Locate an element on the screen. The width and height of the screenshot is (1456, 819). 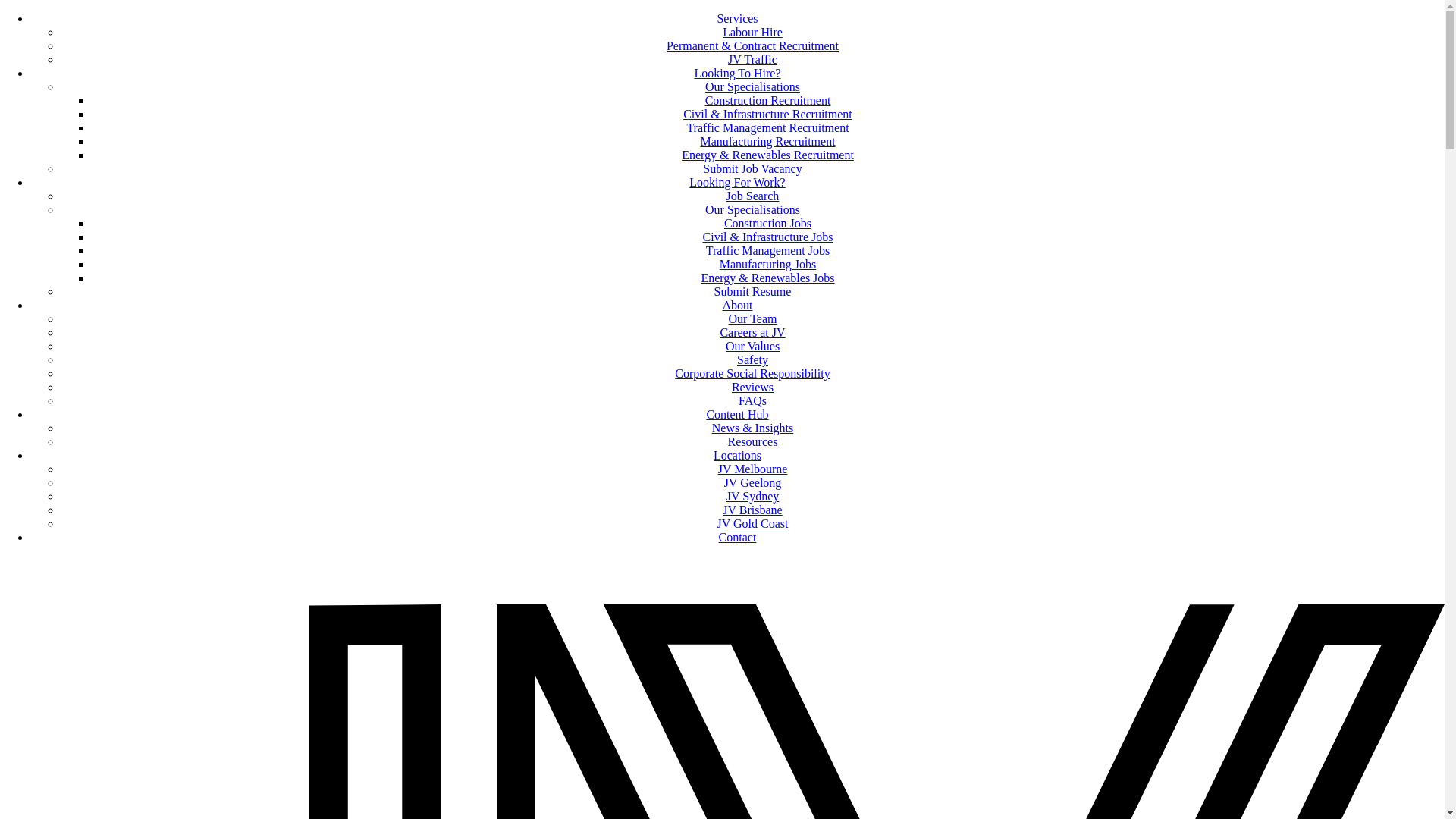
'News & Insights' is located at coordinates (711, 428).